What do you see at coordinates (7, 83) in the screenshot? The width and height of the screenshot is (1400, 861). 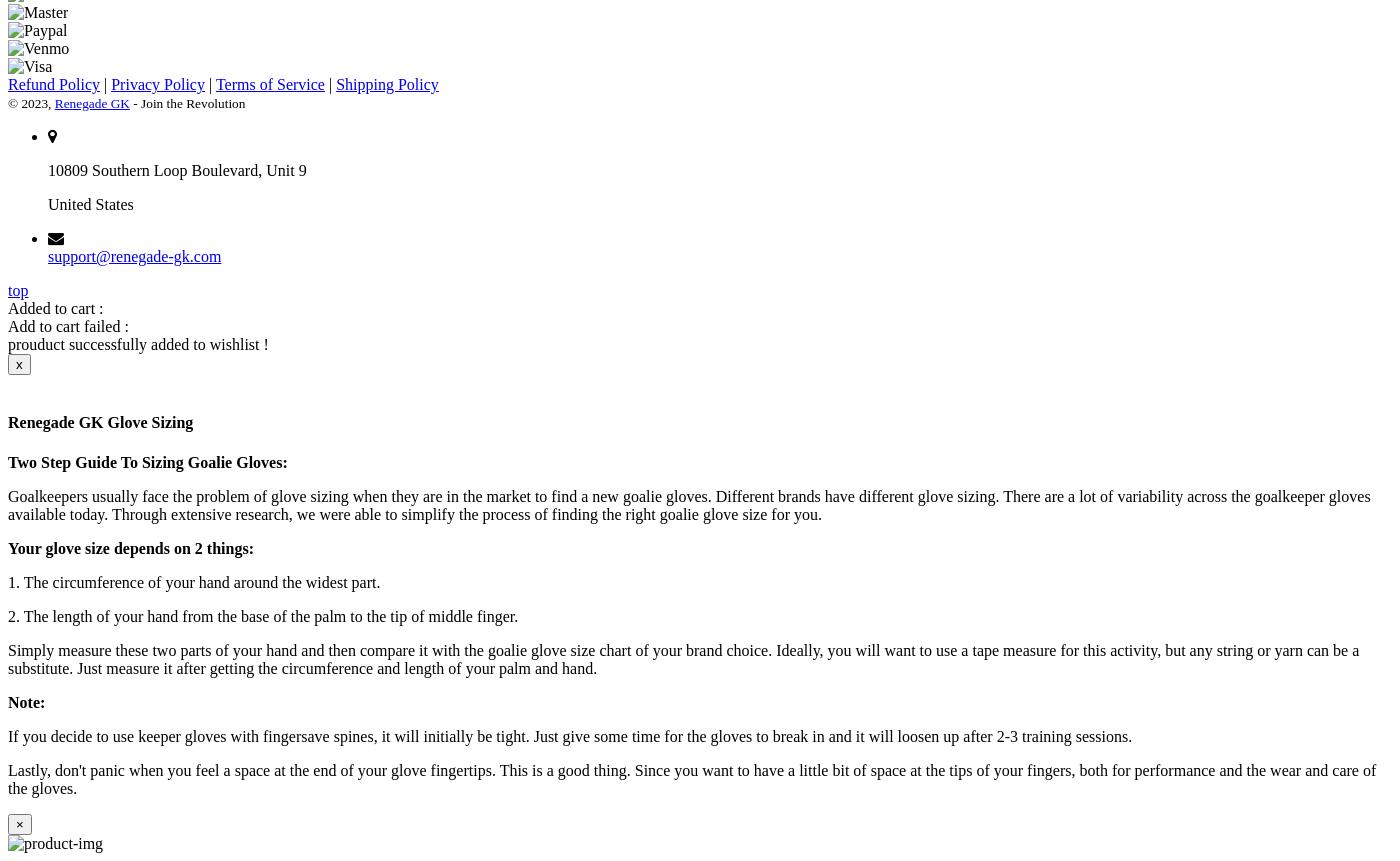 I see `'Refund Policy'` at bounding box center [7, 83].